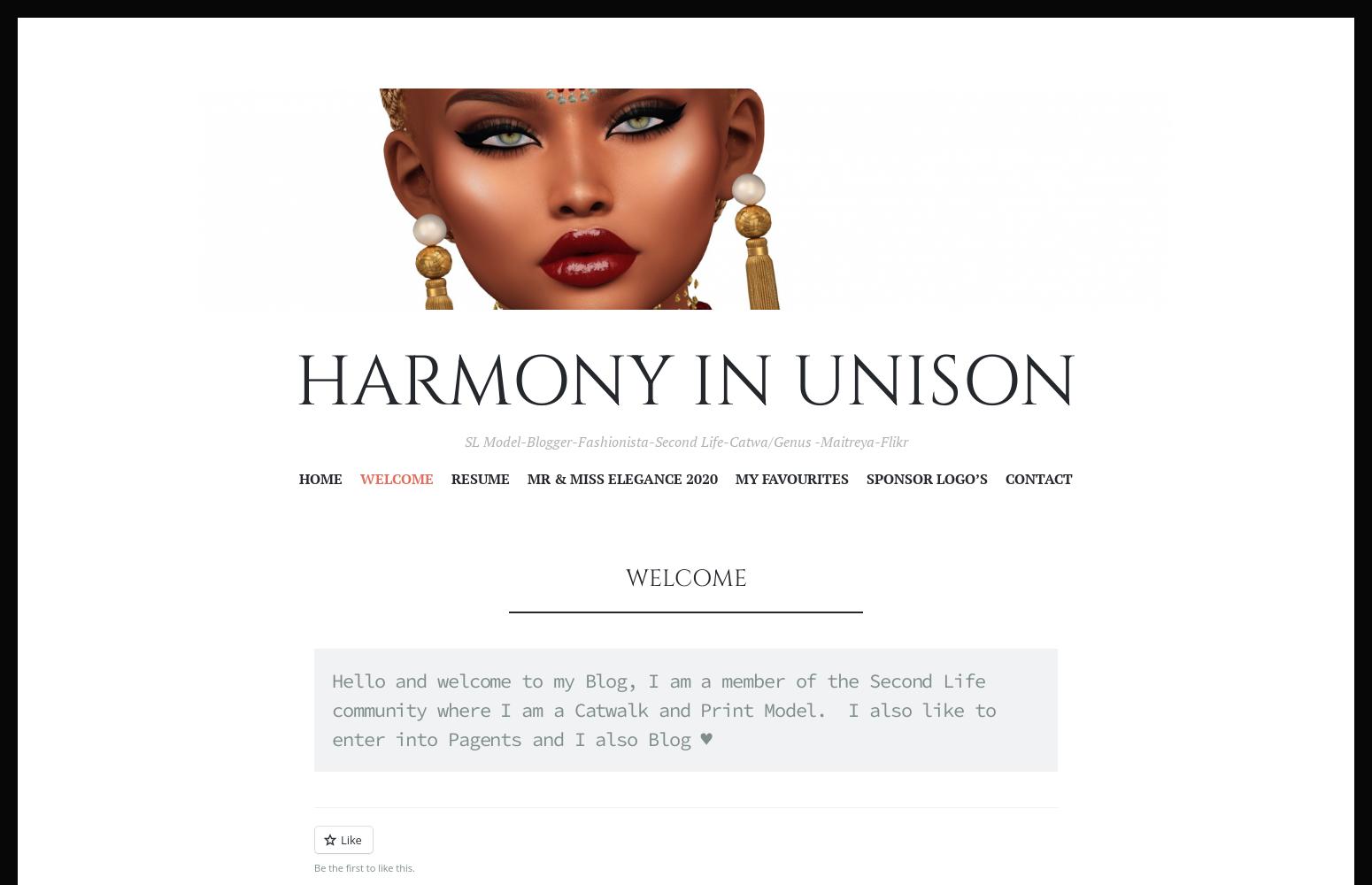  What do you see at coordinates (320, 479) in the screenshot?
I see `'Home'` at bounding box center [320, 479].